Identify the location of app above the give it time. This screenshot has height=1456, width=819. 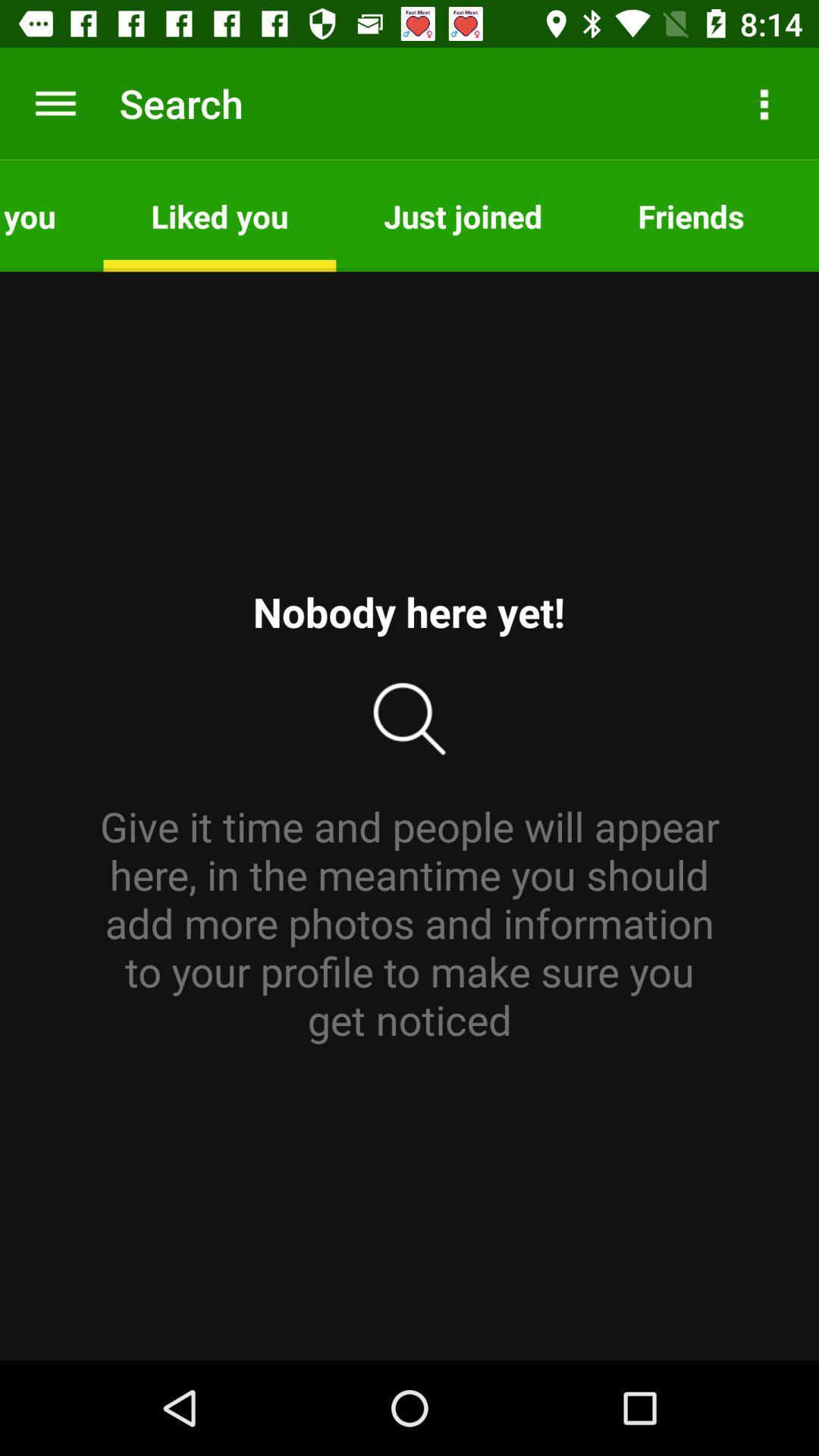
(691, 215).